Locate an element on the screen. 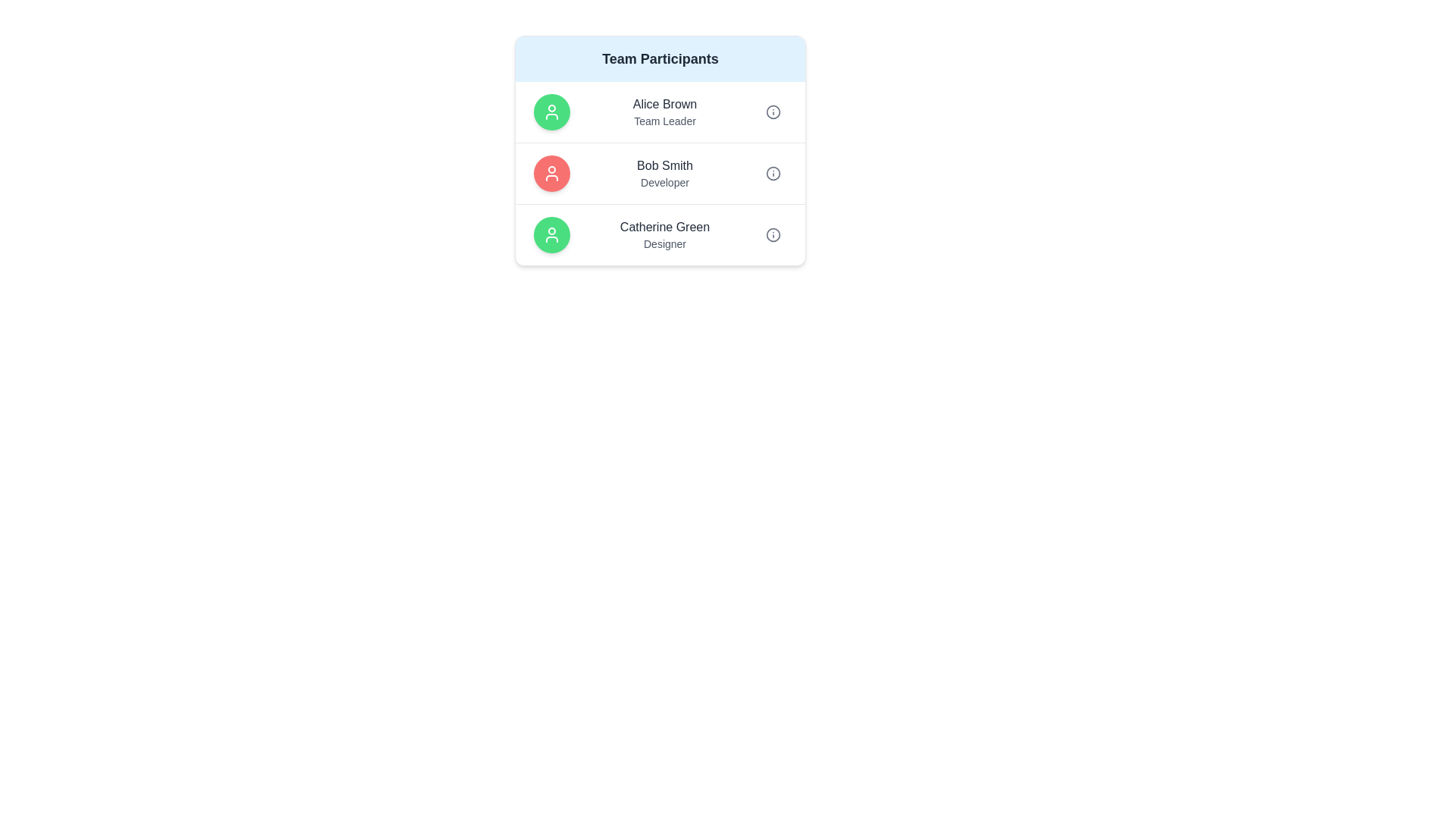 This screenshot has width=1456, height=819. the Text Label Element displaying 'Bob Smith' and 'Developer' in the 'Team Participants' section, which is the second entry in the list is located at coordinates (665, 172).